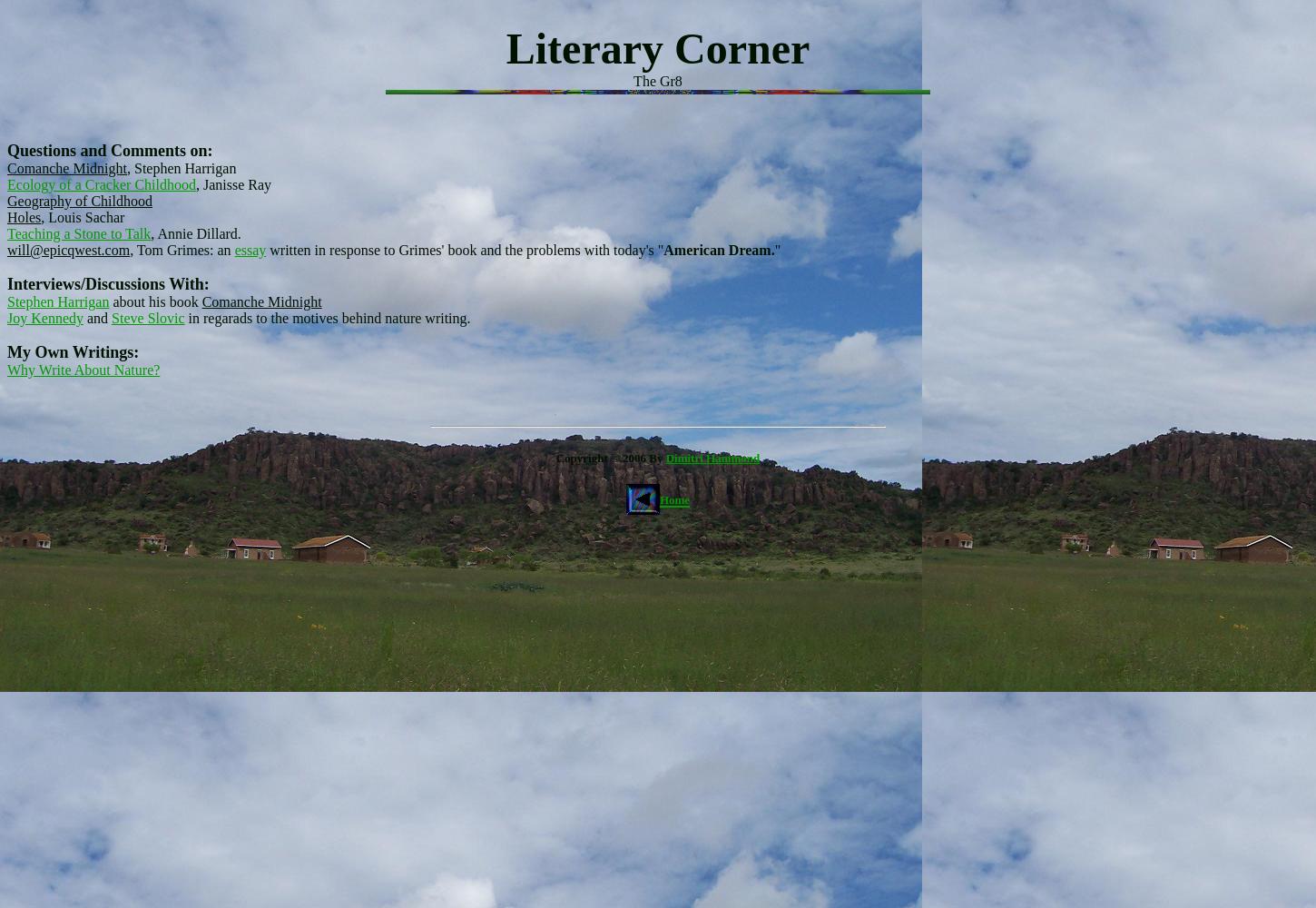 The height and width of the screenshot is (908, 1316). I want to click on 'Ecology of a Cracker Childhood', so click(101, 183).